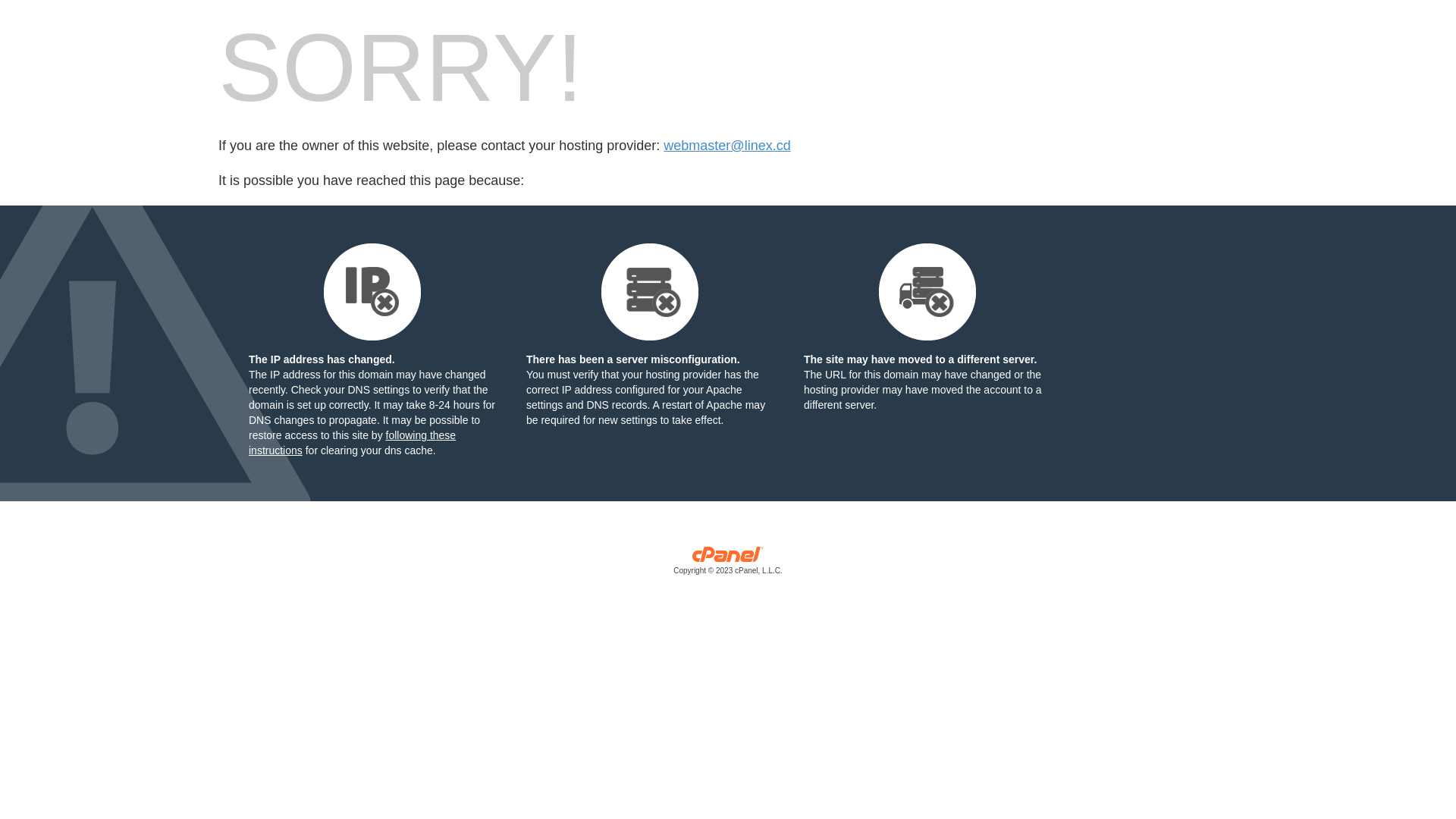 The height and width of the screenshot is (819, 1456). I want to click on 'following these instructions', so click(351, 442).